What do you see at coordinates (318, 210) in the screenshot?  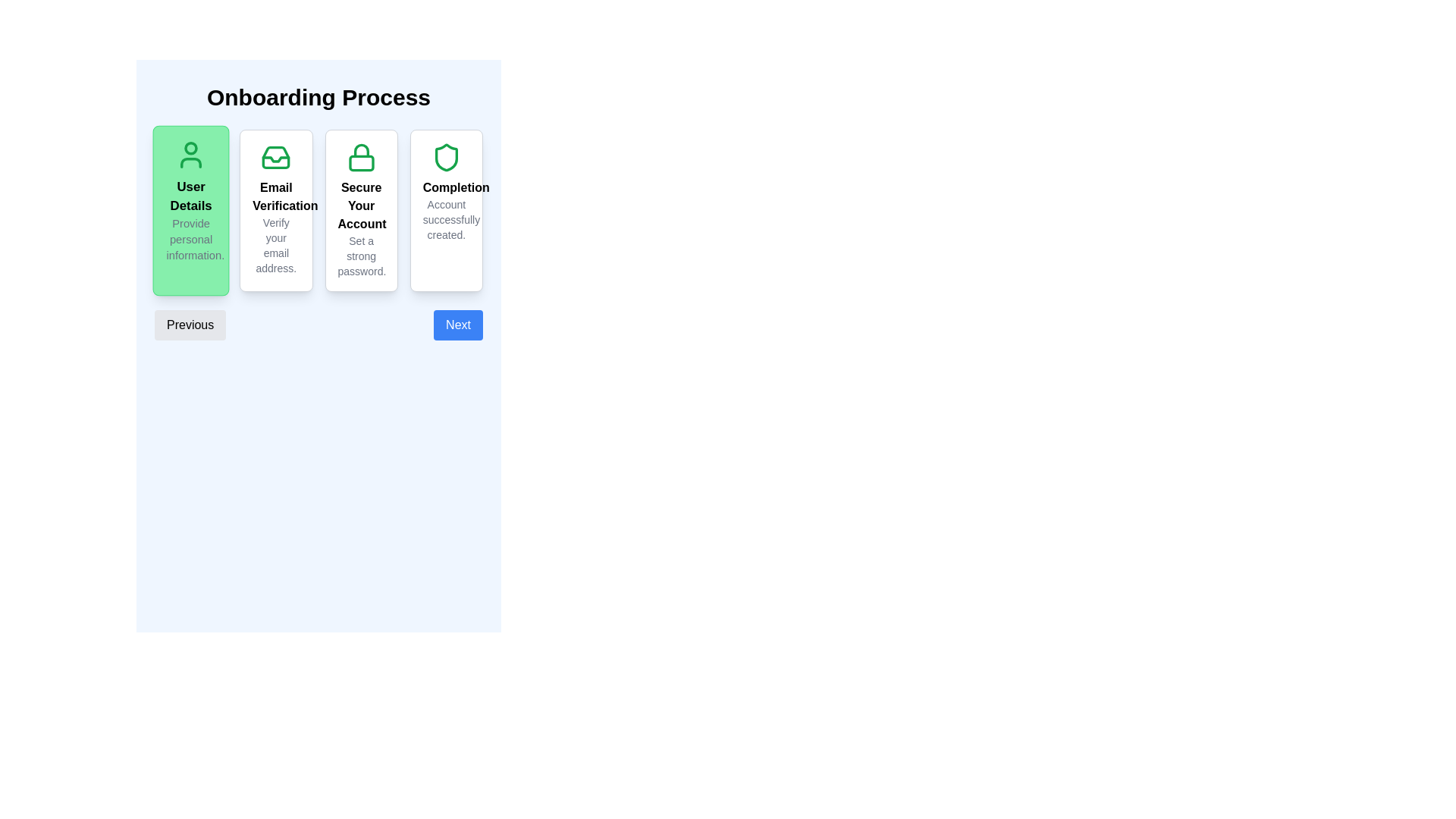 I see `the 'Email Verification' informational card, which is the second card from the left in a row of four cards, featuring a green border and an envelope icon at the top, to interact with its area` at bounding box center [318, 210].